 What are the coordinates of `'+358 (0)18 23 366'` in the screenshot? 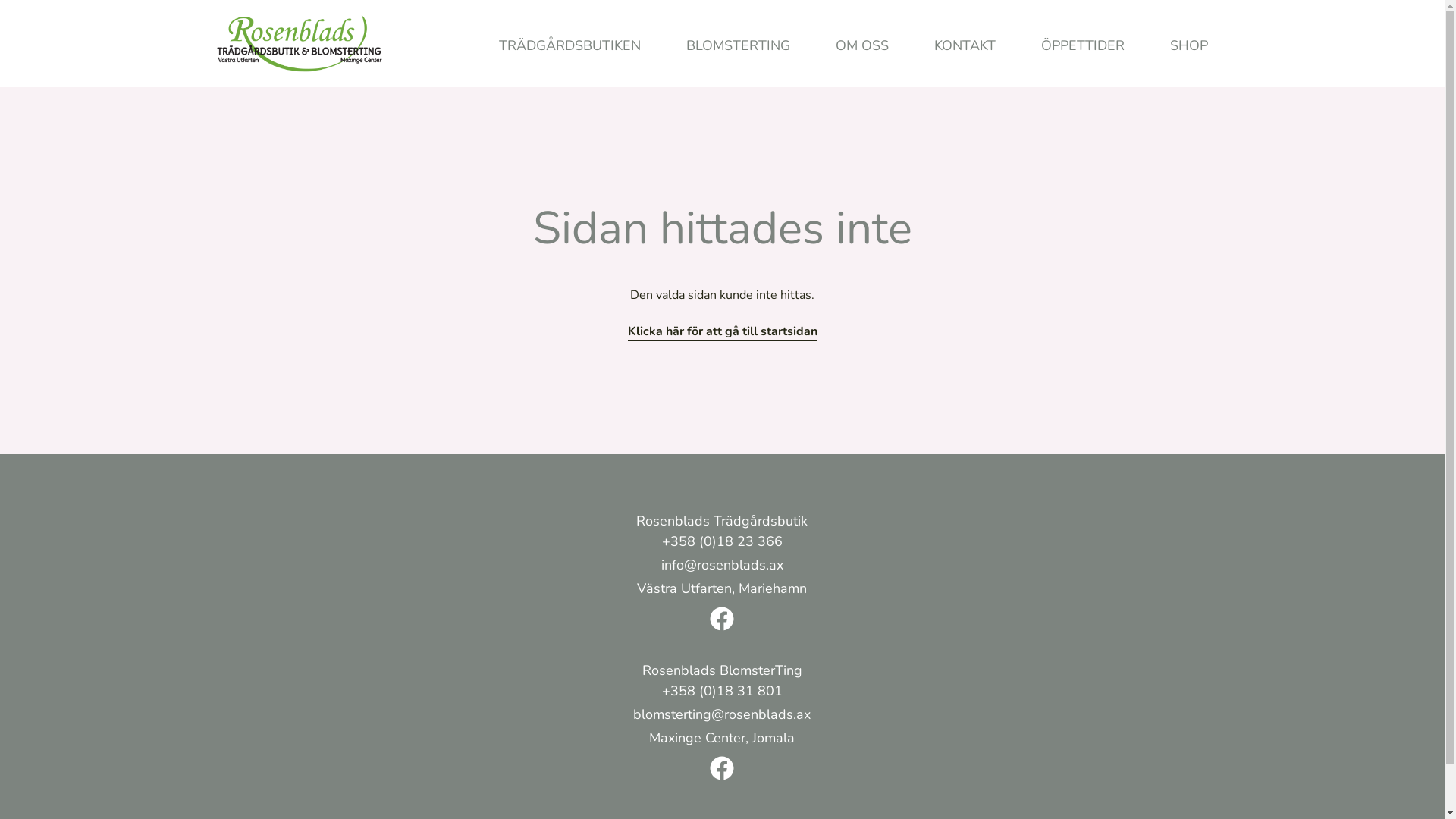 It's located at (721, 542).